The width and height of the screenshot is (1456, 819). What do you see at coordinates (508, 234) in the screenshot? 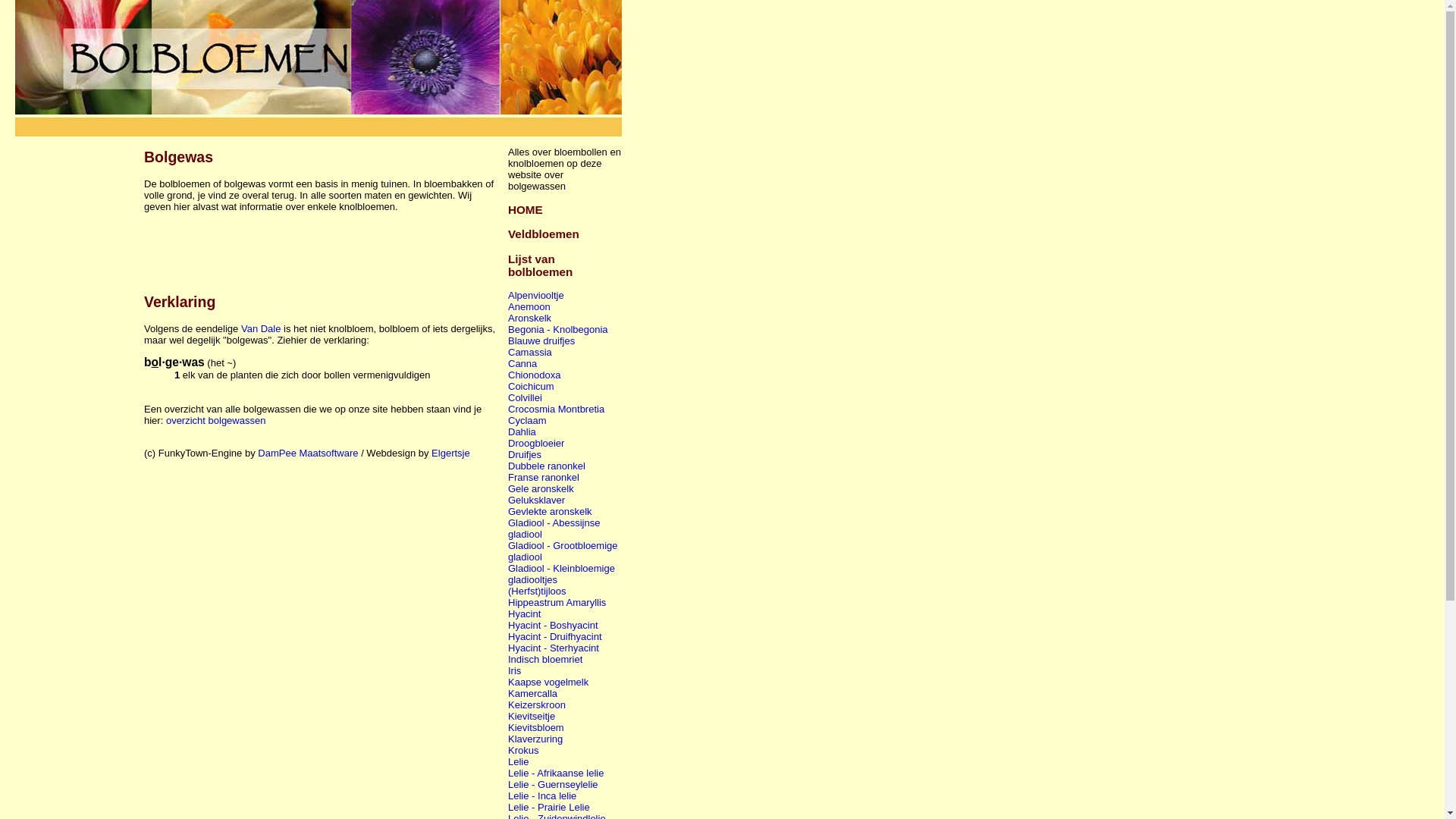
I see `'Veldbloemen'` at bounding box center [508, 234].